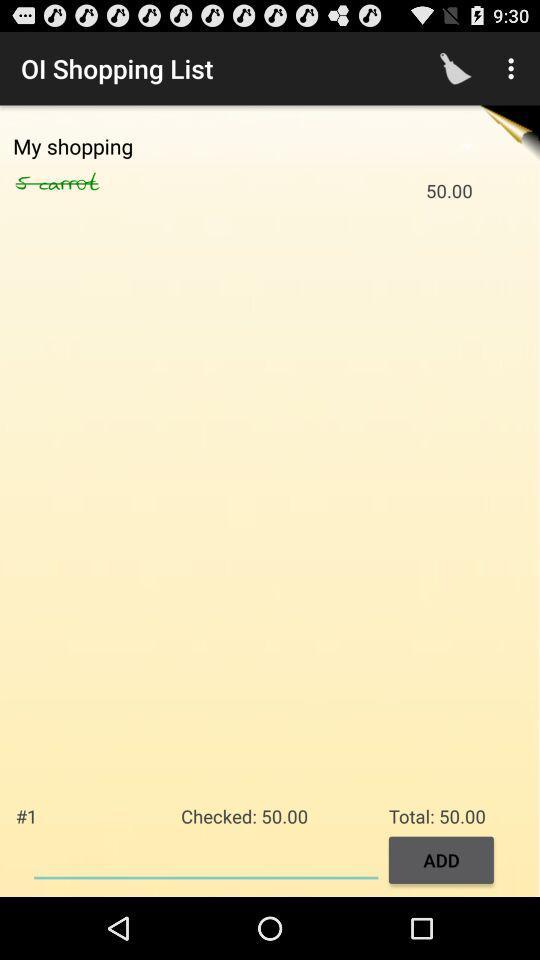 Image resolution: width=540 pixels, height=960 pixels. I want to click on the item below #1 app, so click(205, 857).